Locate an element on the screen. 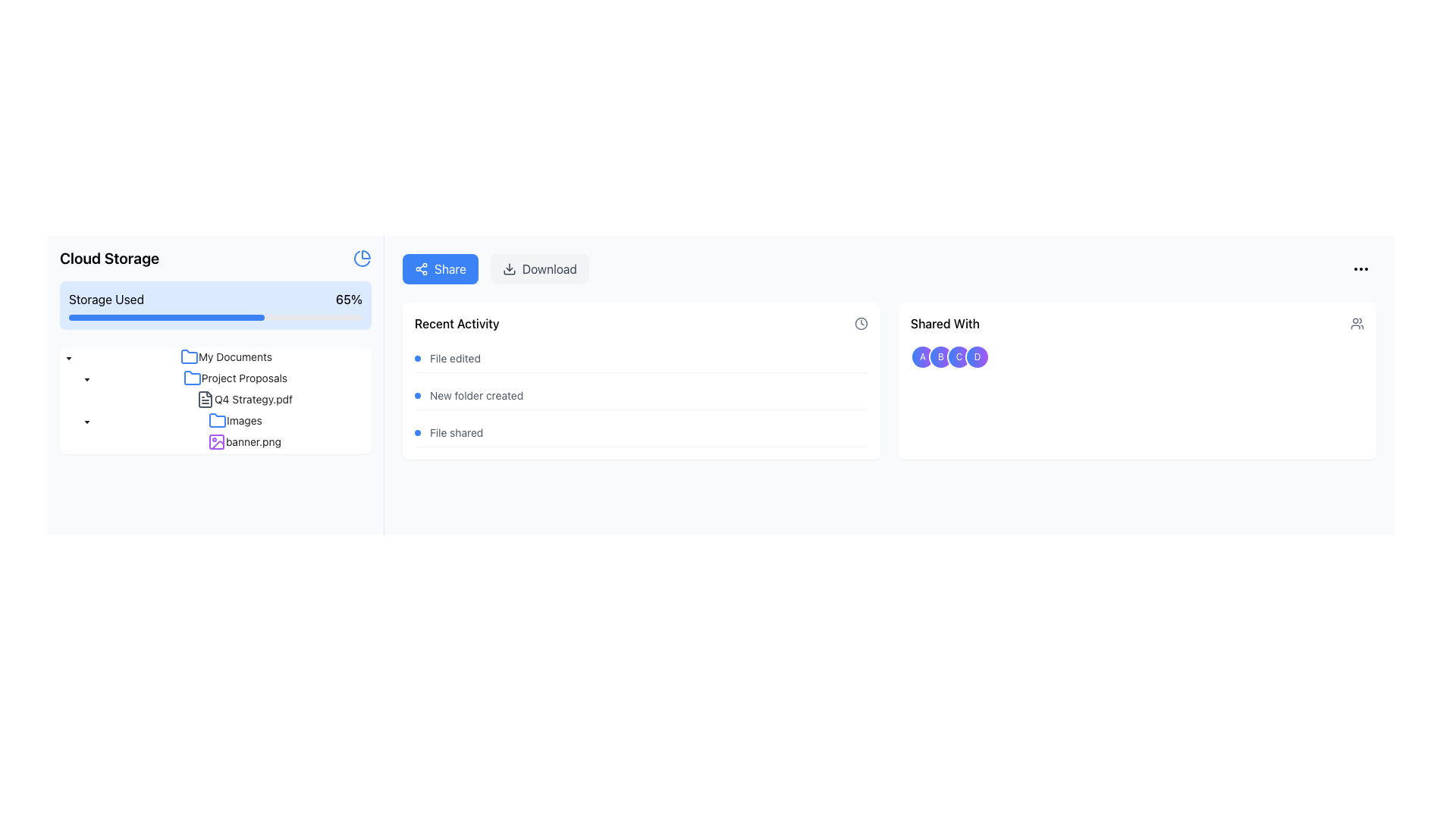 This screenshot has height=819, width=1456. the folder icon with a blue outline located to the left of the text 'Project Proposals' in the left sidebar section of the interface is located at coordinates (191, 377).